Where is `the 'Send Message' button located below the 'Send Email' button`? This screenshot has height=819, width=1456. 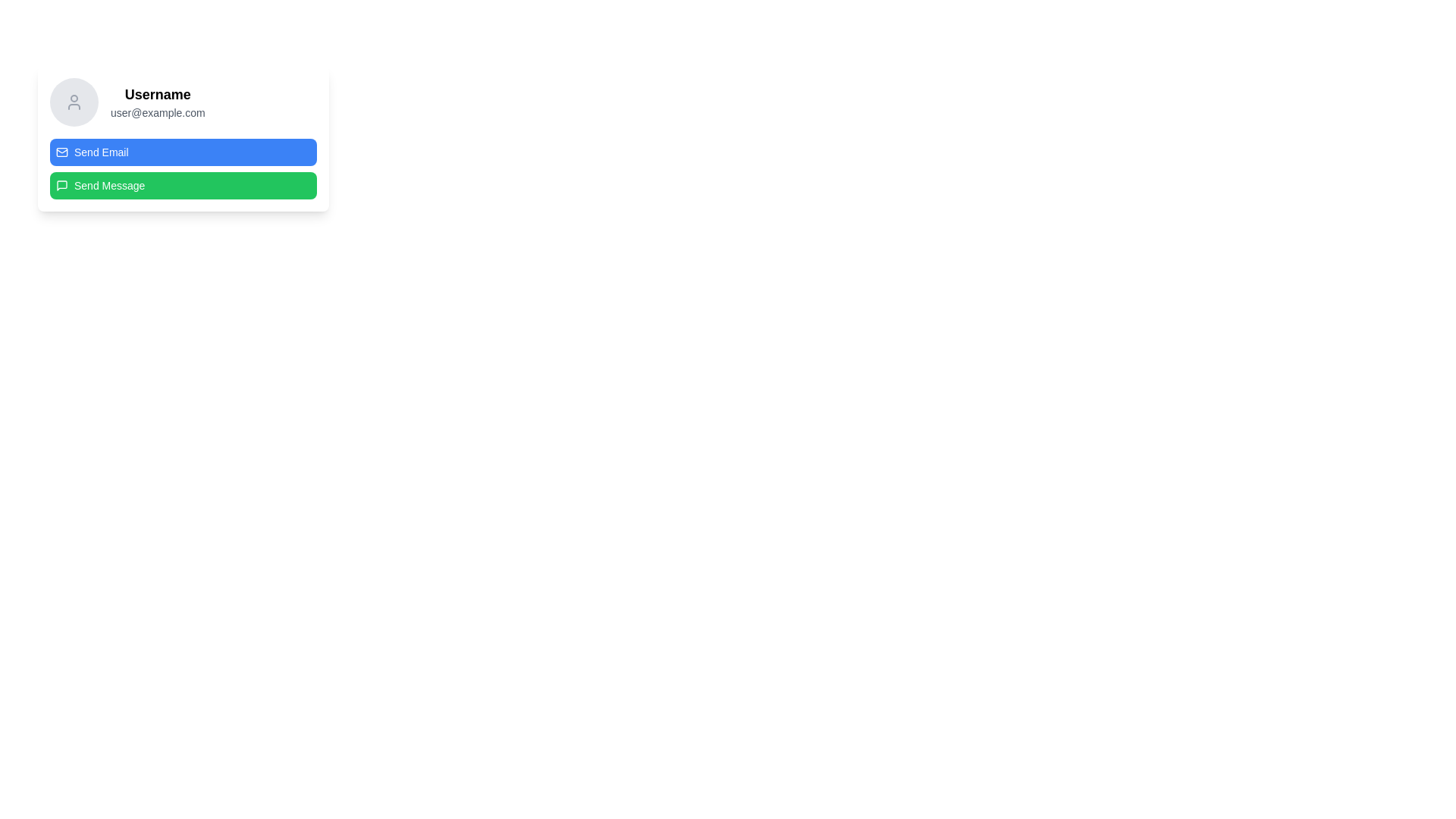 the 'Send Message' button located below the 'Send Email' button is located at coordinates (182, 185).